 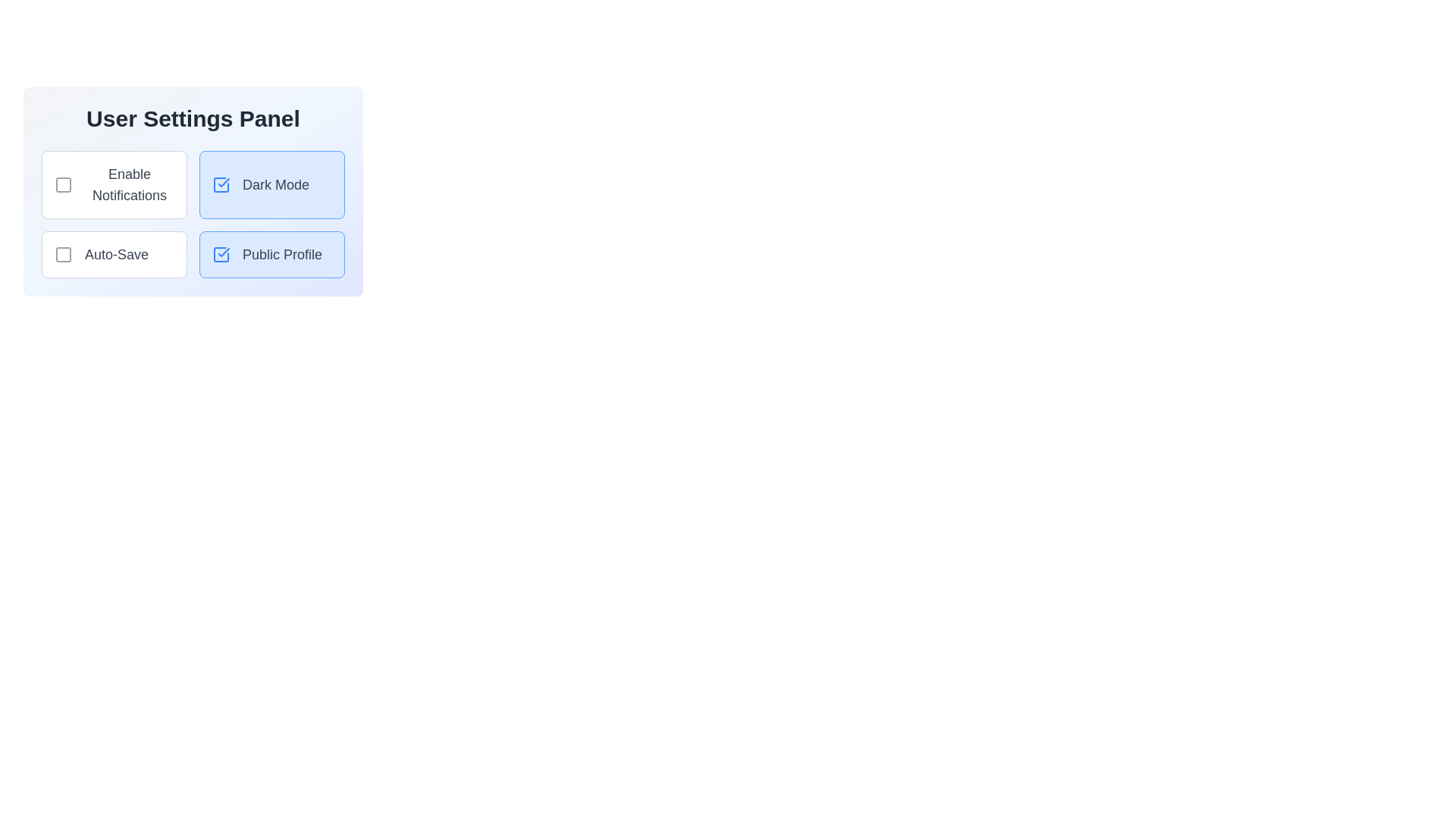 What do you see at coordinates (272, 253) in the screenshot?
I see `the 'Public Profile' button with checkbox, which features a light blue background, a darker blue border, and includes a checkbox with a tick mark and the text 'Public Profile'` at bounding box center [272, 253].